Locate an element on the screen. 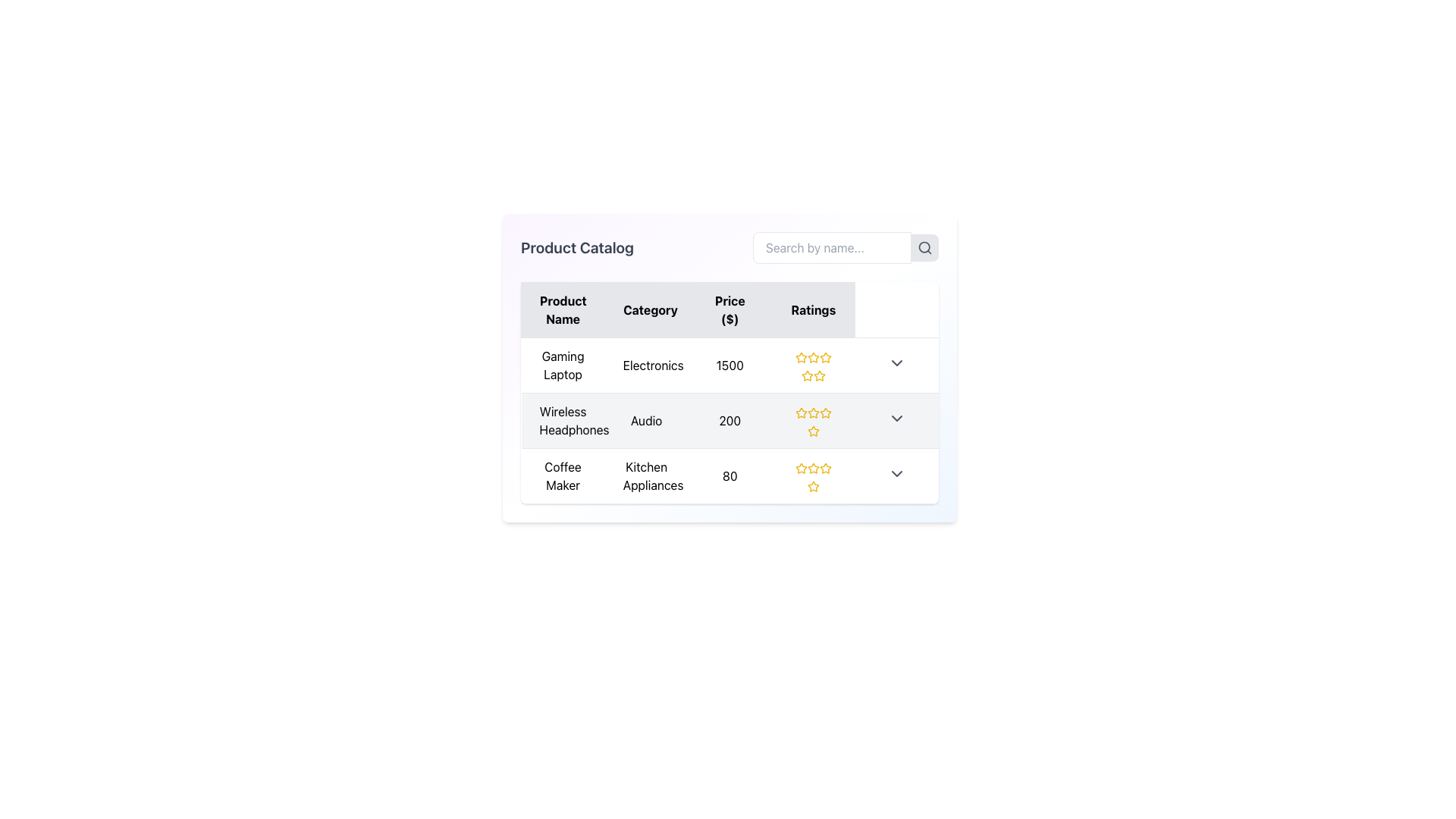  the third star in the rating row for the product 'Gaming Laptop' in the 'Ratings' column is located at coordinates (806, 375).